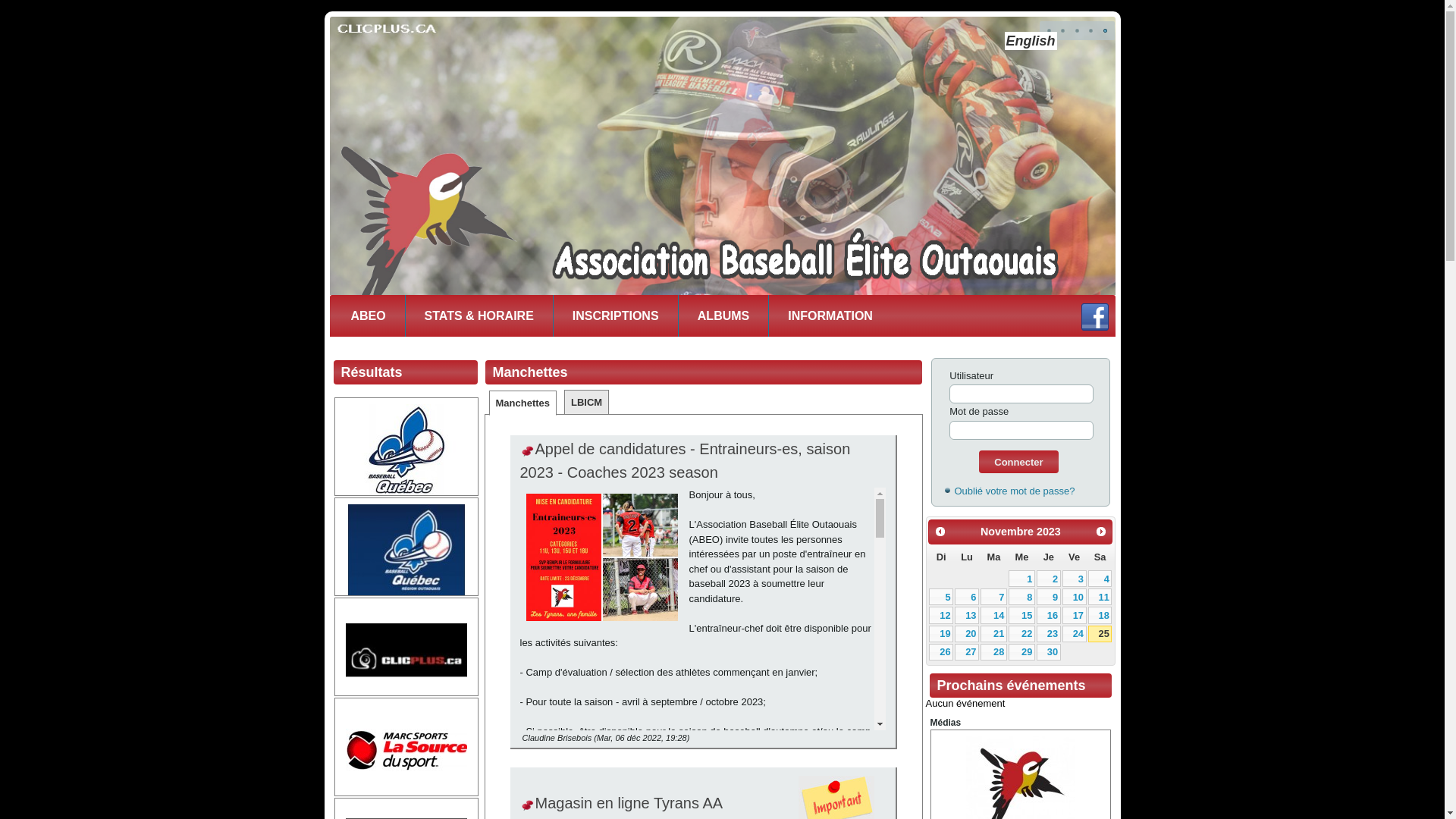 This screenshot has width=1456, height=819. What do you see at coordinates (966, 595) in the screenshot?
I see `'6'` at bounding box center [966, 595].